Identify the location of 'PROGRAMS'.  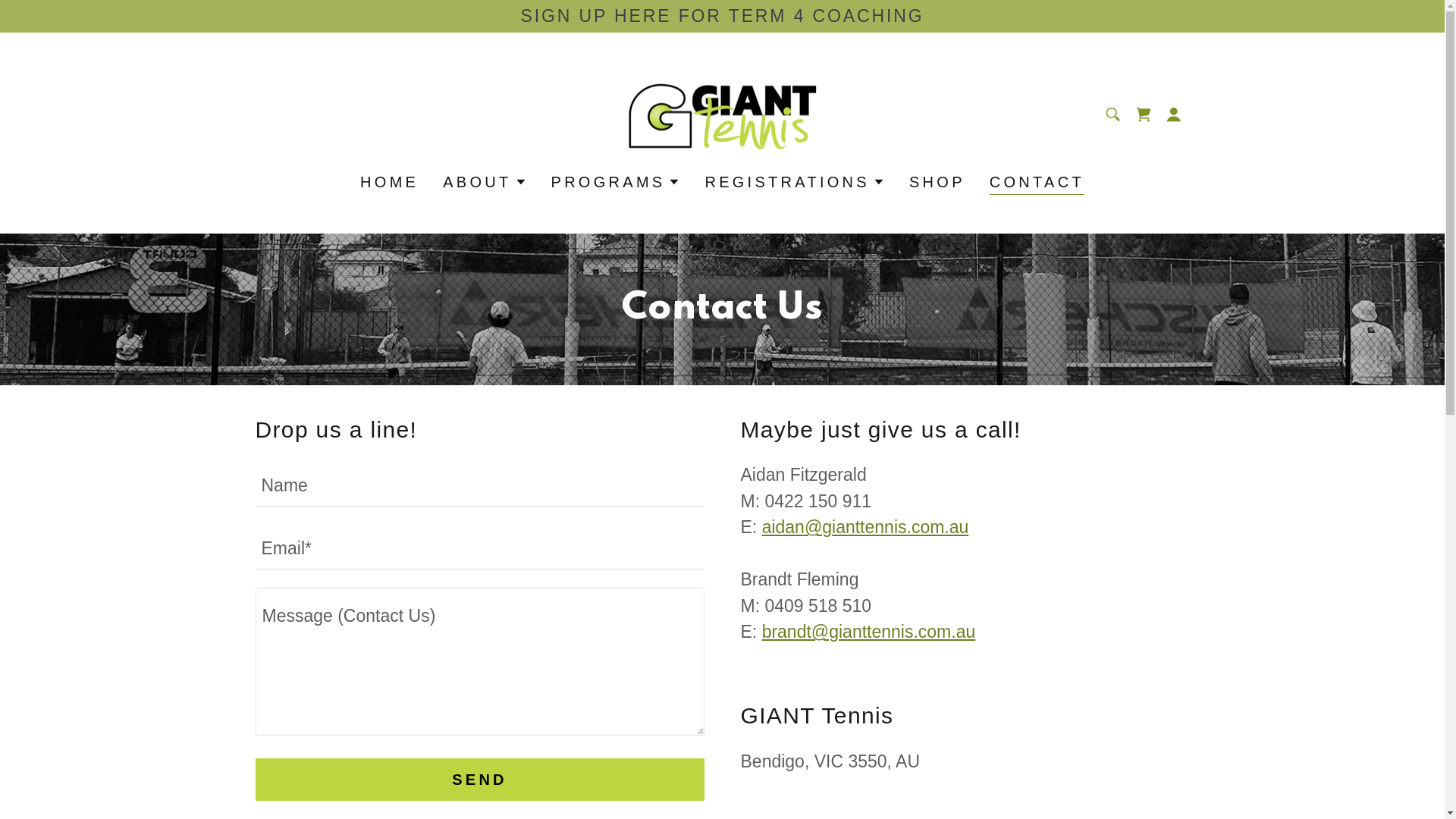
(616, 180).